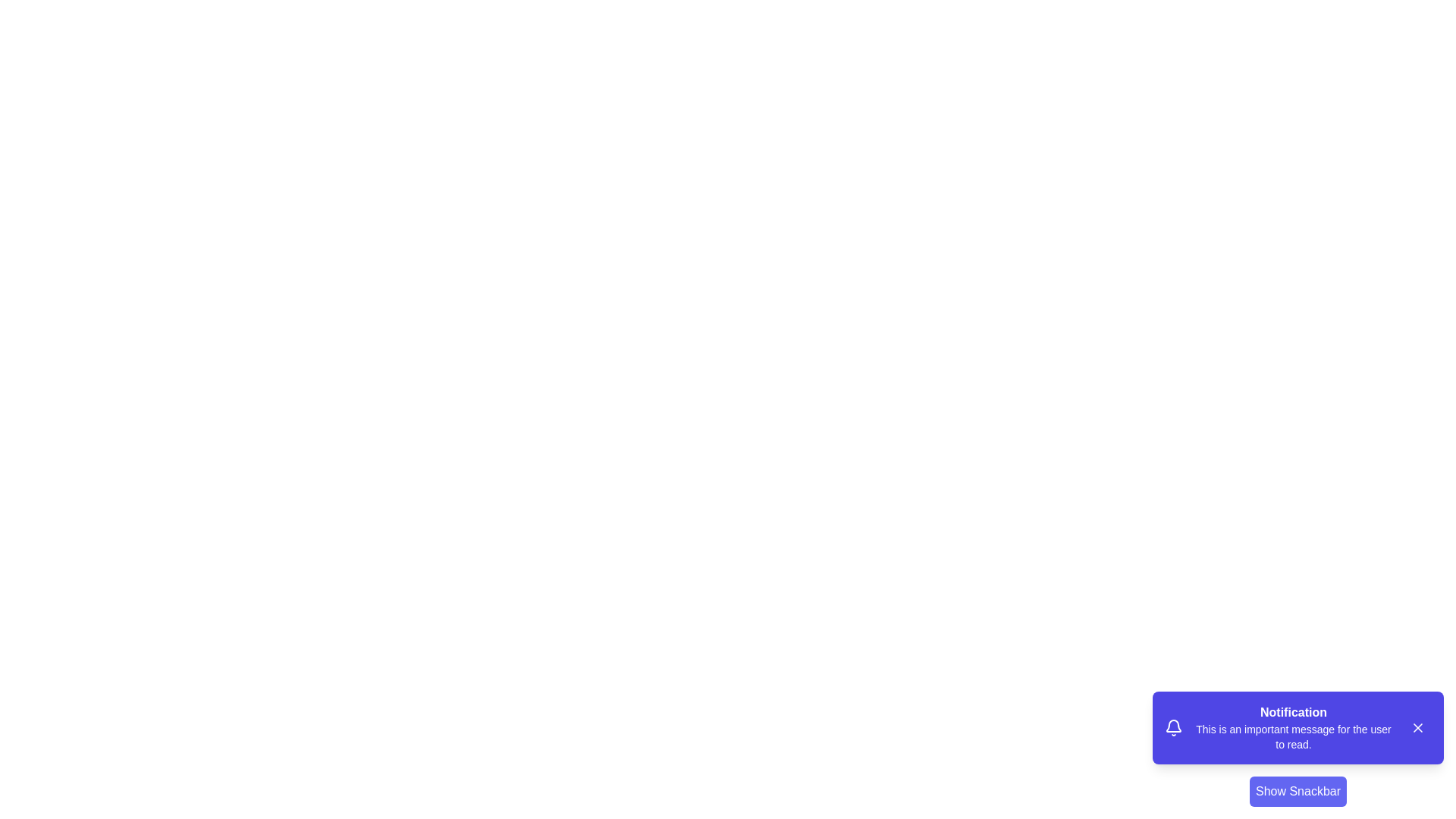 The height and width of the screenshot is (819, 1456). What do you see at coordinates (1417, 727) in the screenshot?
I see `the small closing button located at the top-right corner of the blue notification banner to trigger the highlight effect` at bounding box center [1417, 727].